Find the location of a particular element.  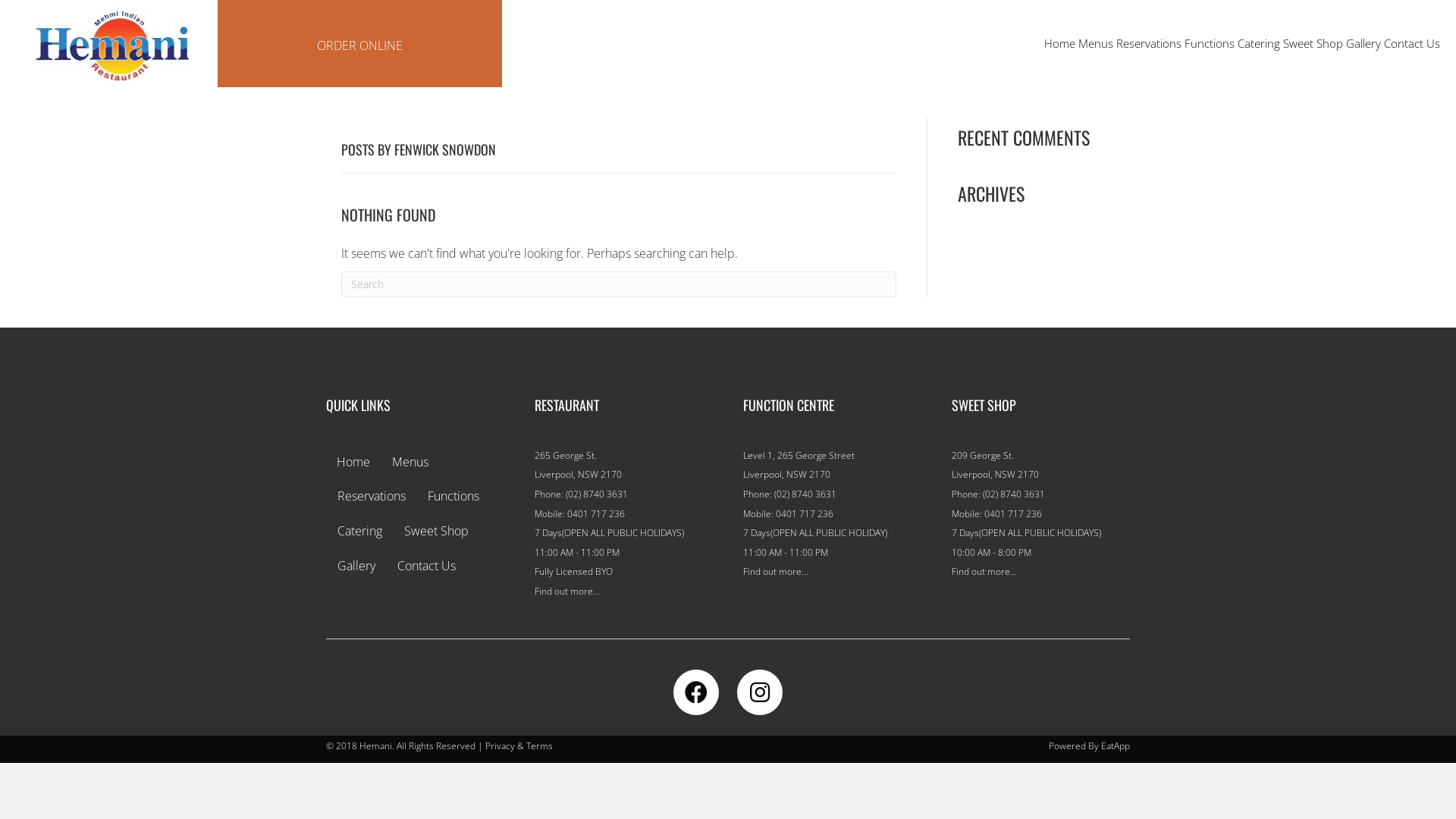

'logo-100px' is located at coordinates (111, 45).